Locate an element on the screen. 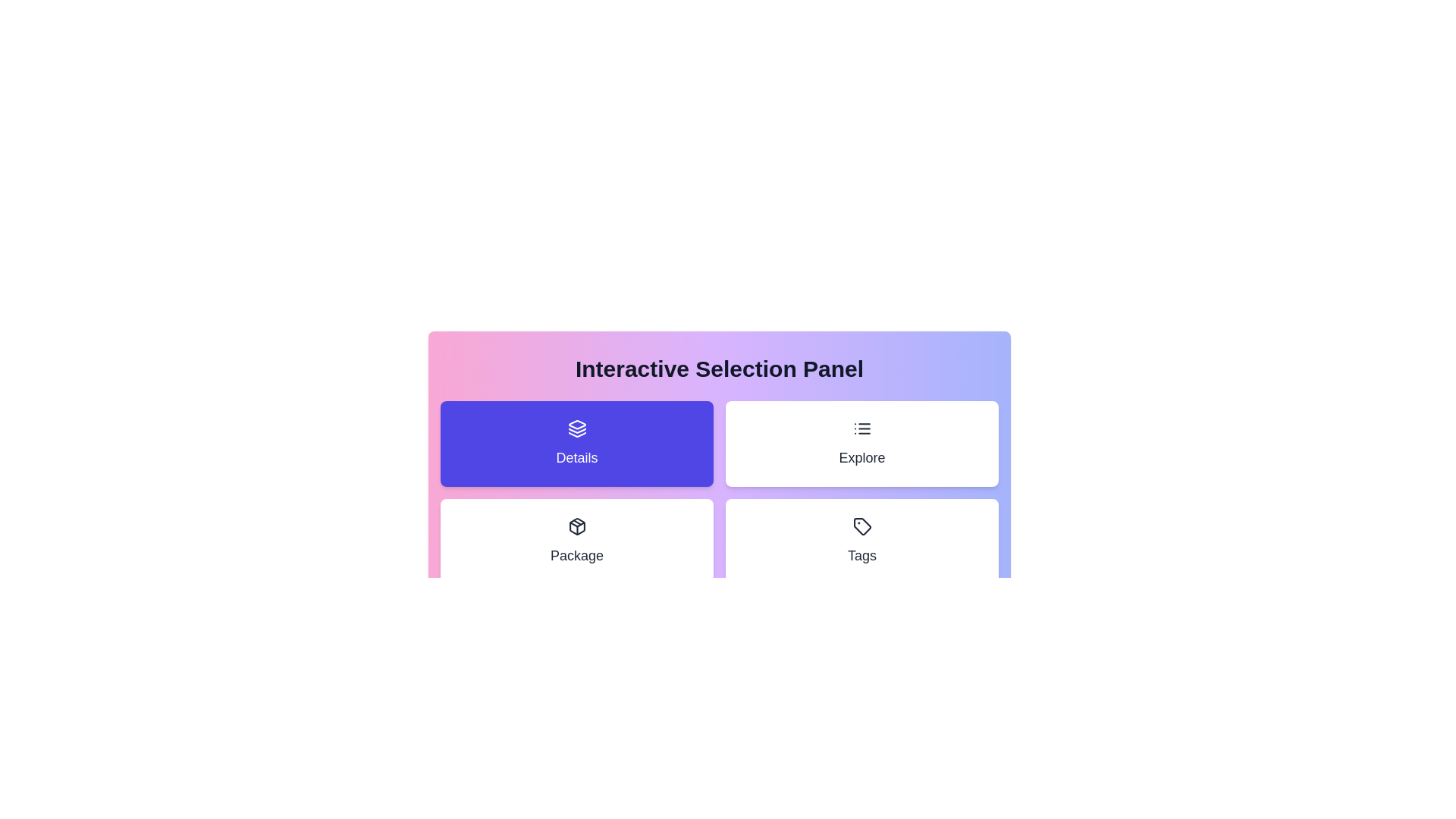  the 'Details' button located in the top-left quadrant of the grid is located at coordinates (576, 444).